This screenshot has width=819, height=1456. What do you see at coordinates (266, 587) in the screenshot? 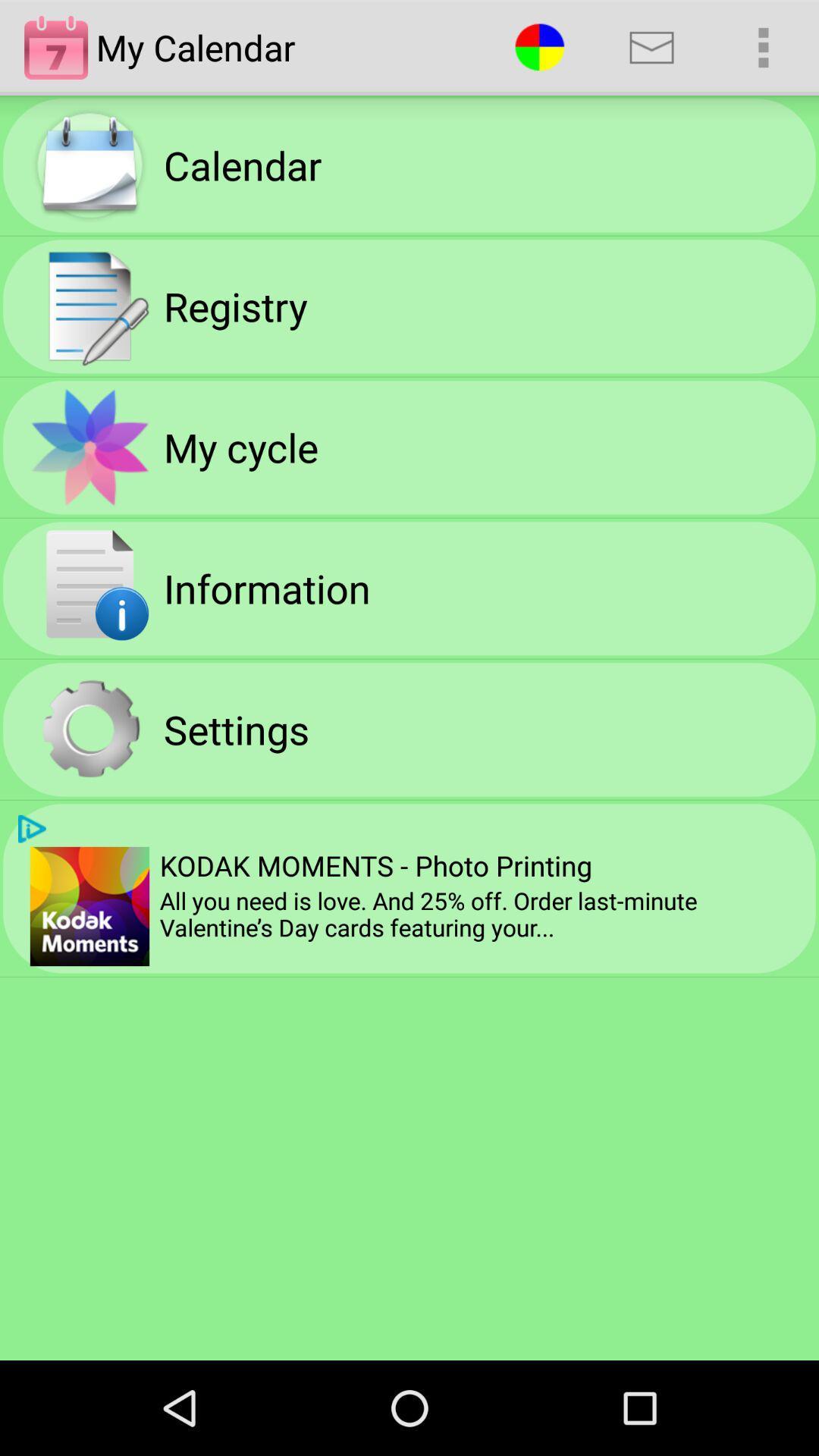
I see `item above the settings item` at bounding box center [266, 587].